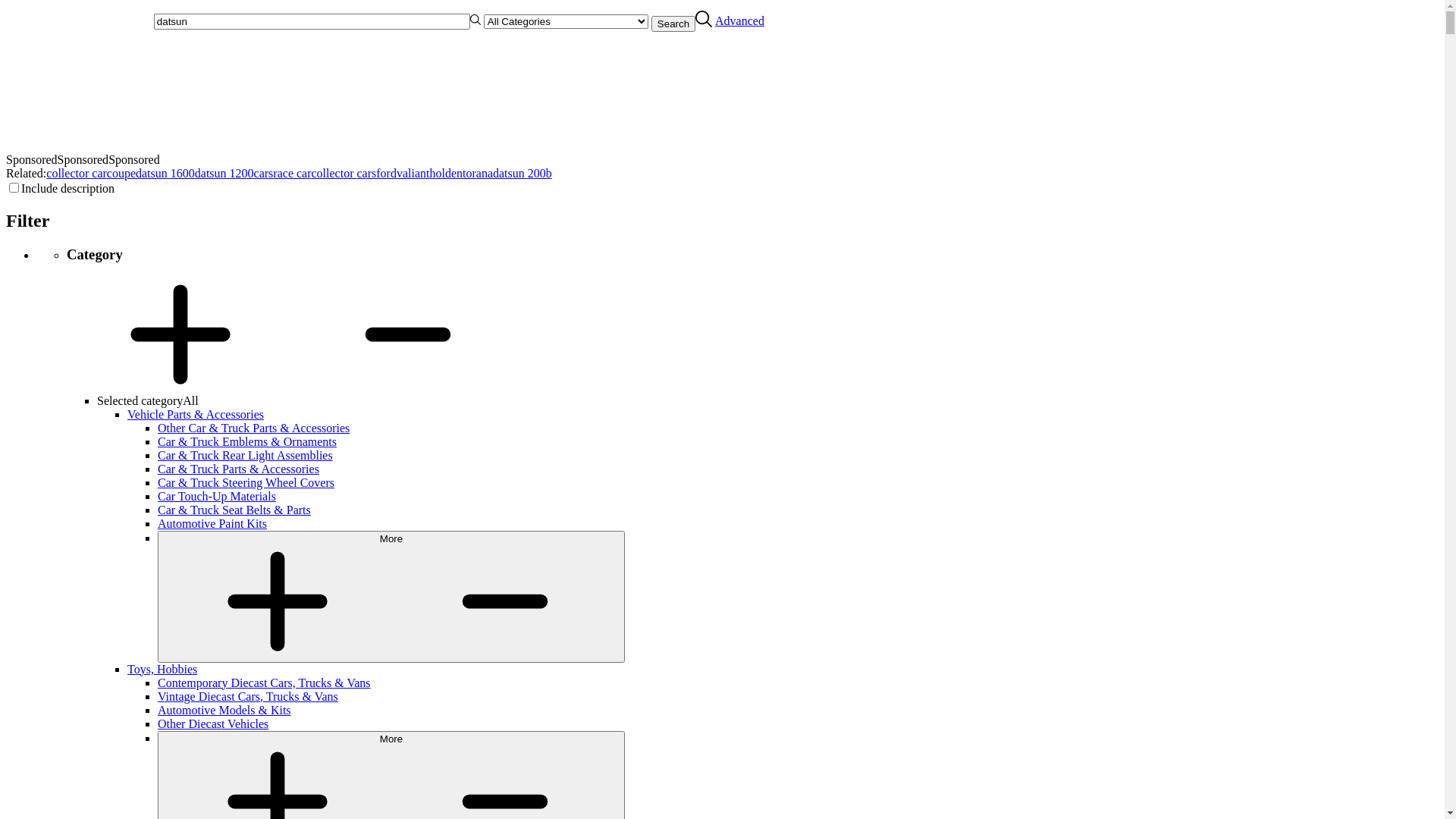  I want to click on 'Contemporary Diecast Cars, Trucks & Vans', so click(264, 682).